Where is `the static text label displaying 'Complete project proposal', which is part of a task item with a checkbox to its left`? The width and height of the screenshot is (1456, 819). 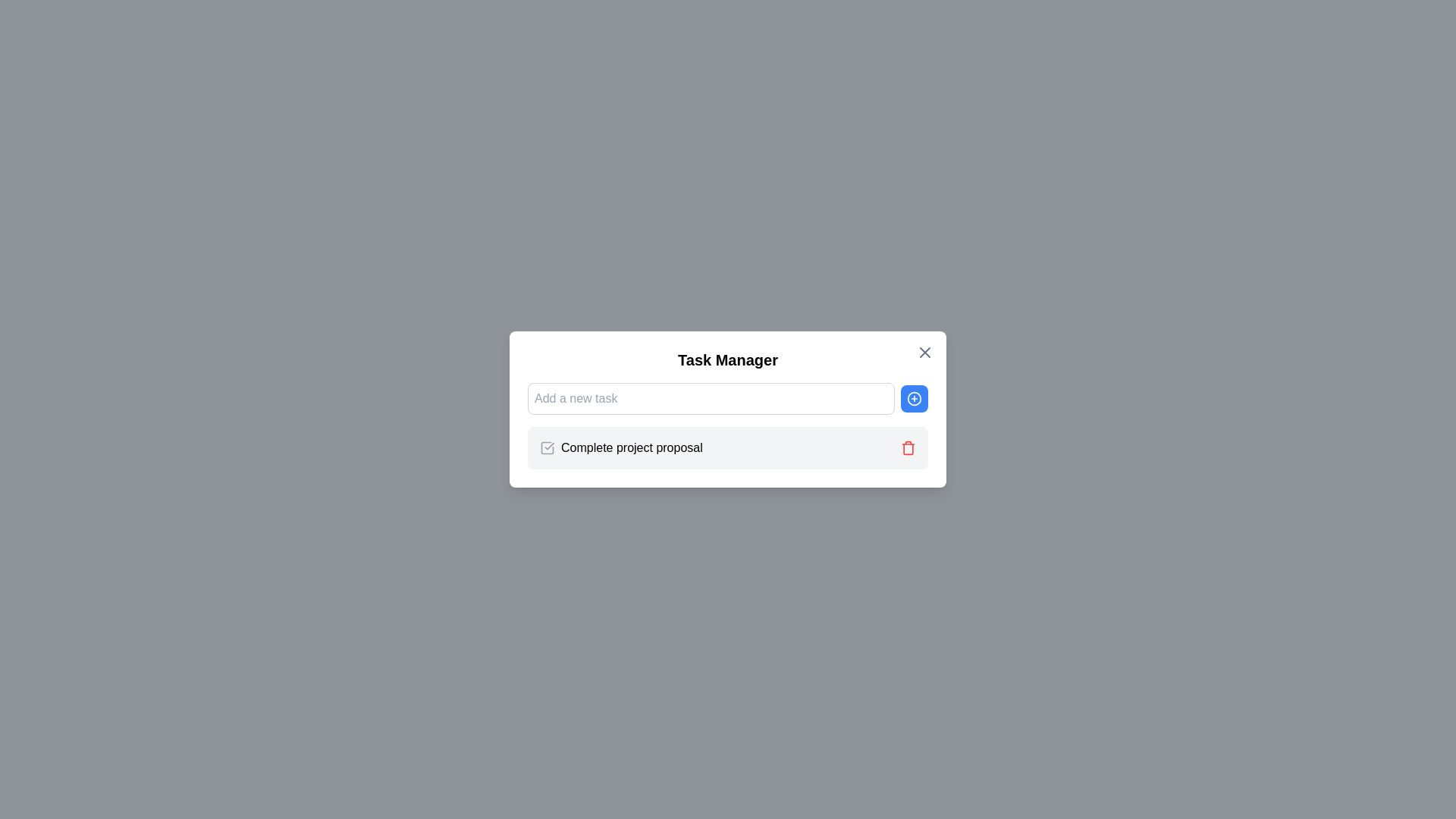 the static text label displaying 'Complete project proposal', which is part of a task item with a checkbox to its left is located at coordinates (621, 447).